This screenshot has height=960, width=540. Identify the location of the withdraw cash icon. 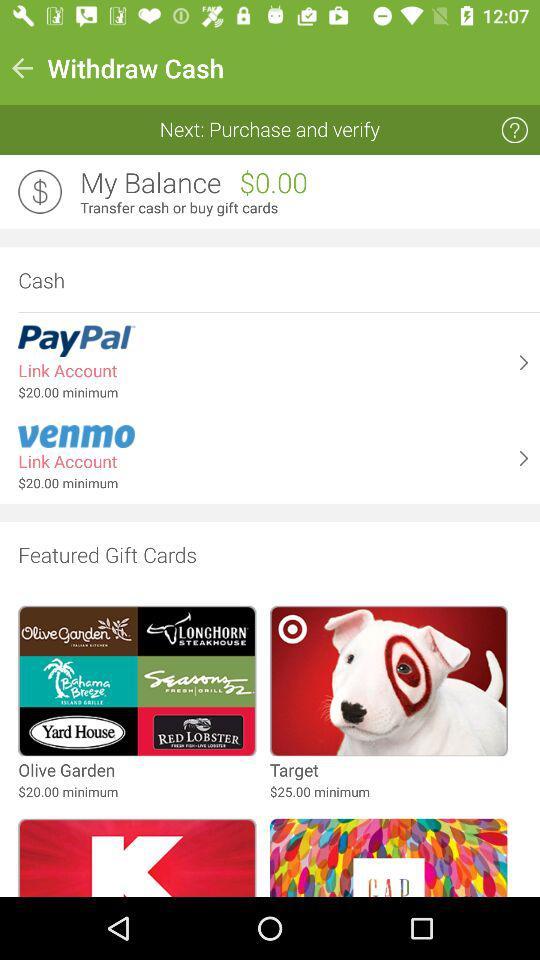
(135, 68).